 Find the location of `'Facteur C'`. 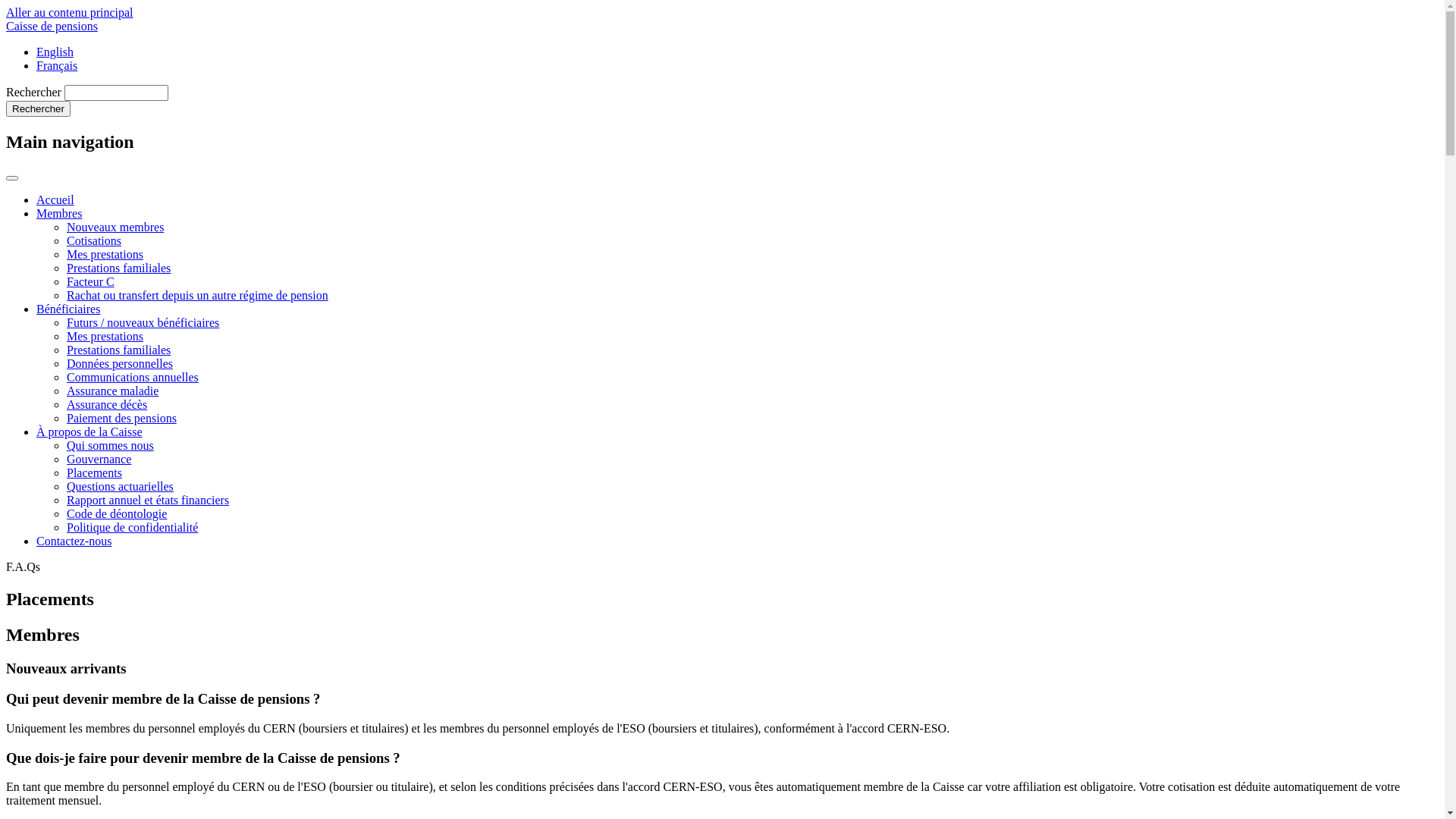

'Facteur C' is located at coordinates (65, 281).